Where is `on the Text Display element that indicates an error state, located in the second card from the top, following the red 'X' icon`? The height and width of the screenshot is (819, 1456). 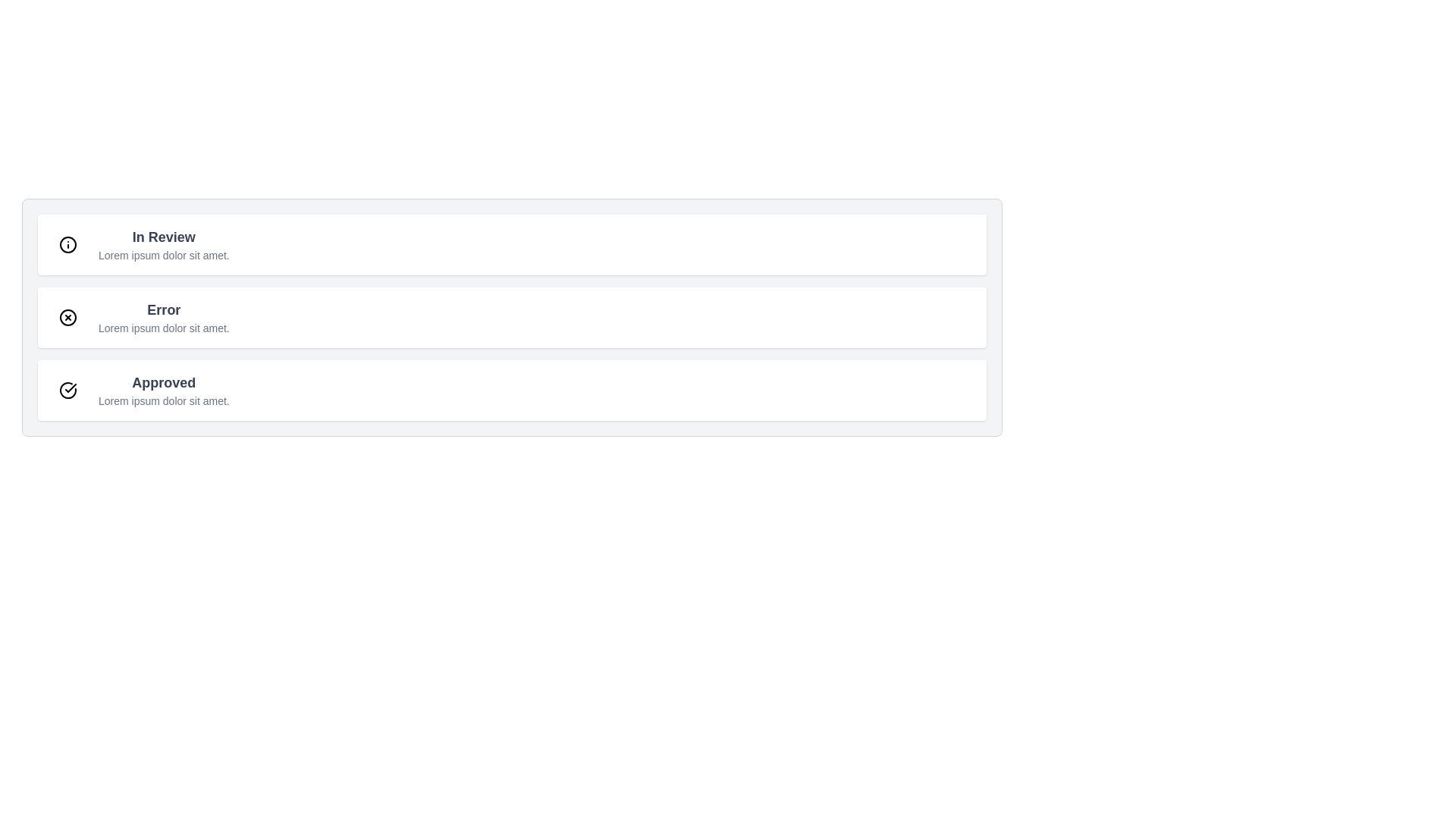
on the Text Display element that indicates an error state, located in the second card from the top, following the red 'X' icon is located at coordinates (164, 317).